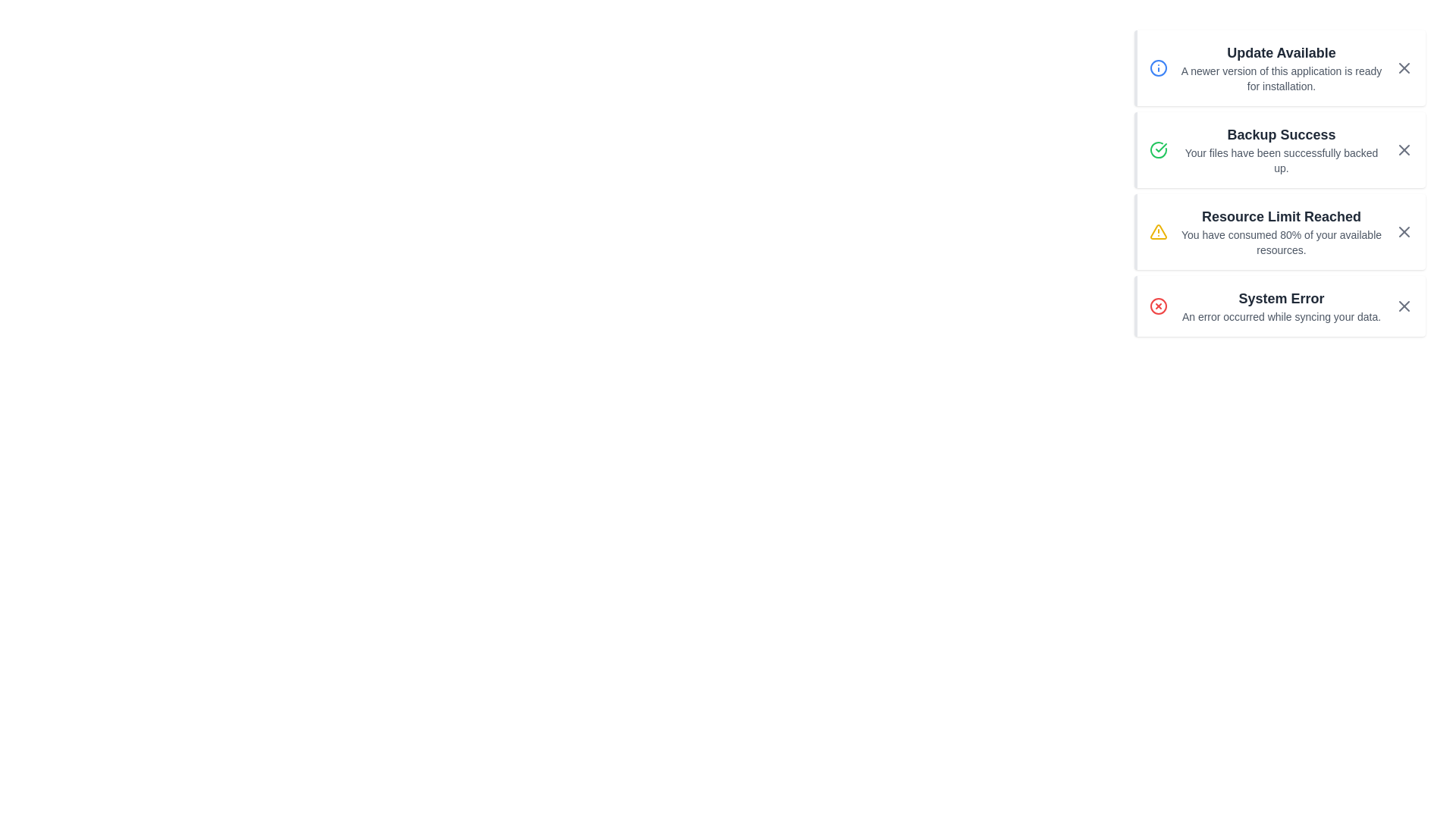  What do you see at coordinates (1280, 315) in the screenshot?
I see `the text block displaying 'An error occurred while syncing your data.'` at bounding box center [1280, 315].